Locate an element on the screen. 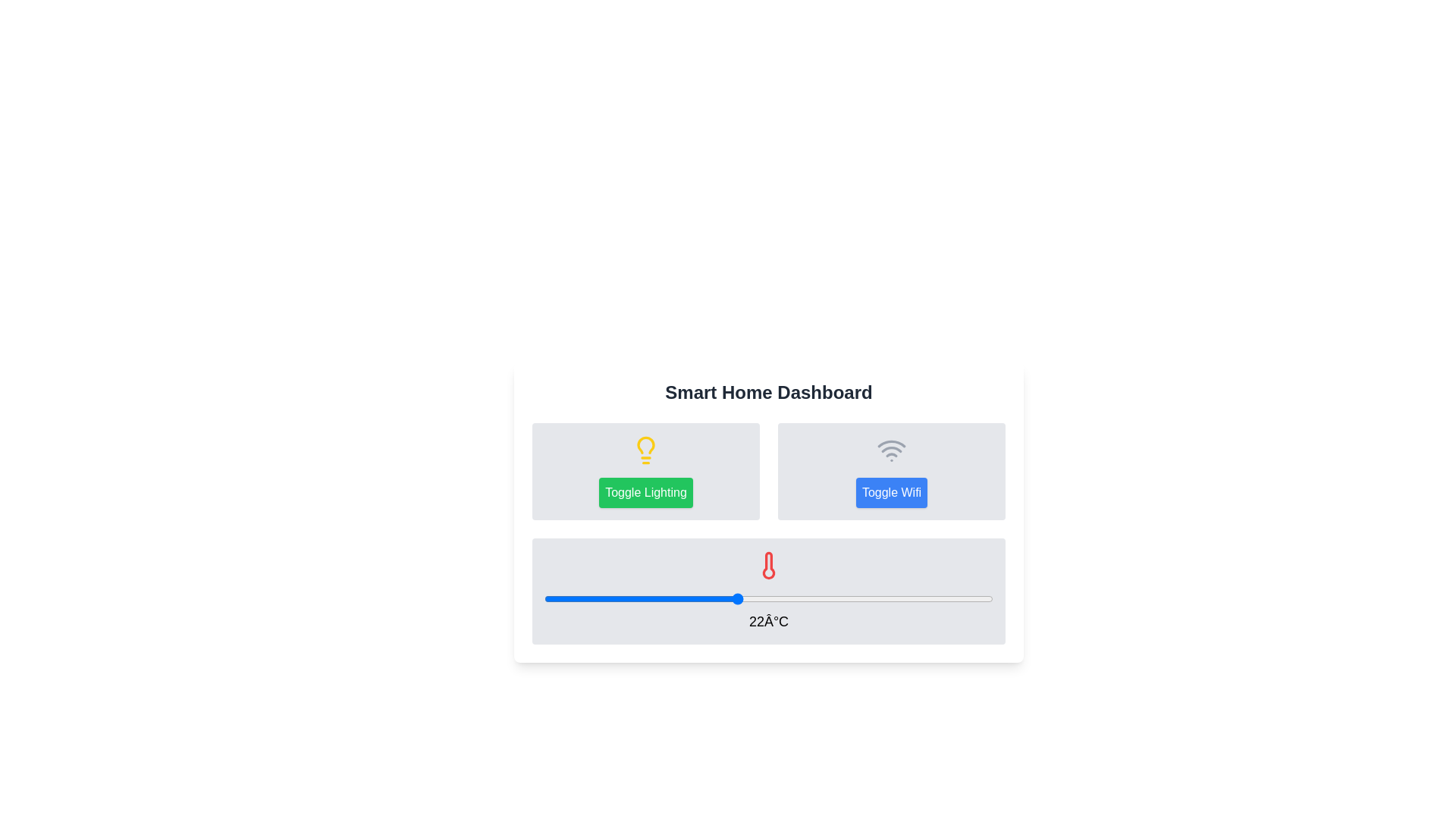  the rectangular button with a blue background and white text reading 'Toggle Wifi' is located at coordinates (892, 493).